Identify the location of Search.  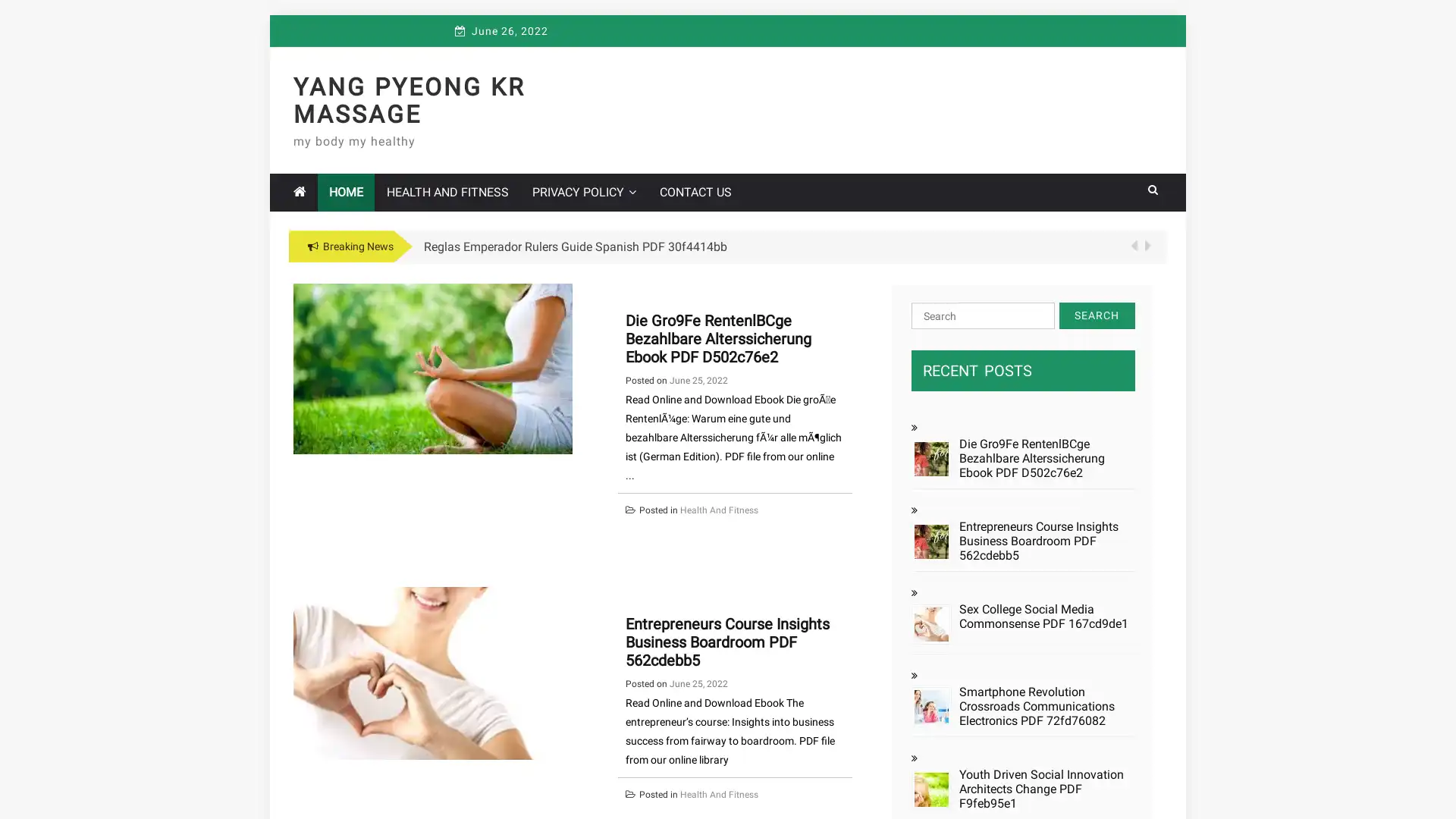
(1096, 315).